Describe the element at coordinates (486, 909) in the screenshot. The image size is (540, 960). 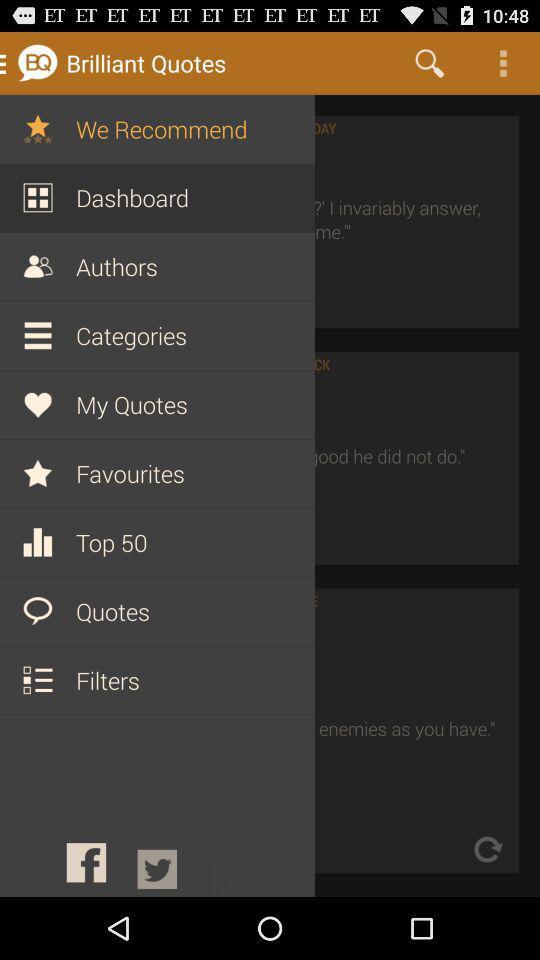
I see `the refresh icon` at that location.